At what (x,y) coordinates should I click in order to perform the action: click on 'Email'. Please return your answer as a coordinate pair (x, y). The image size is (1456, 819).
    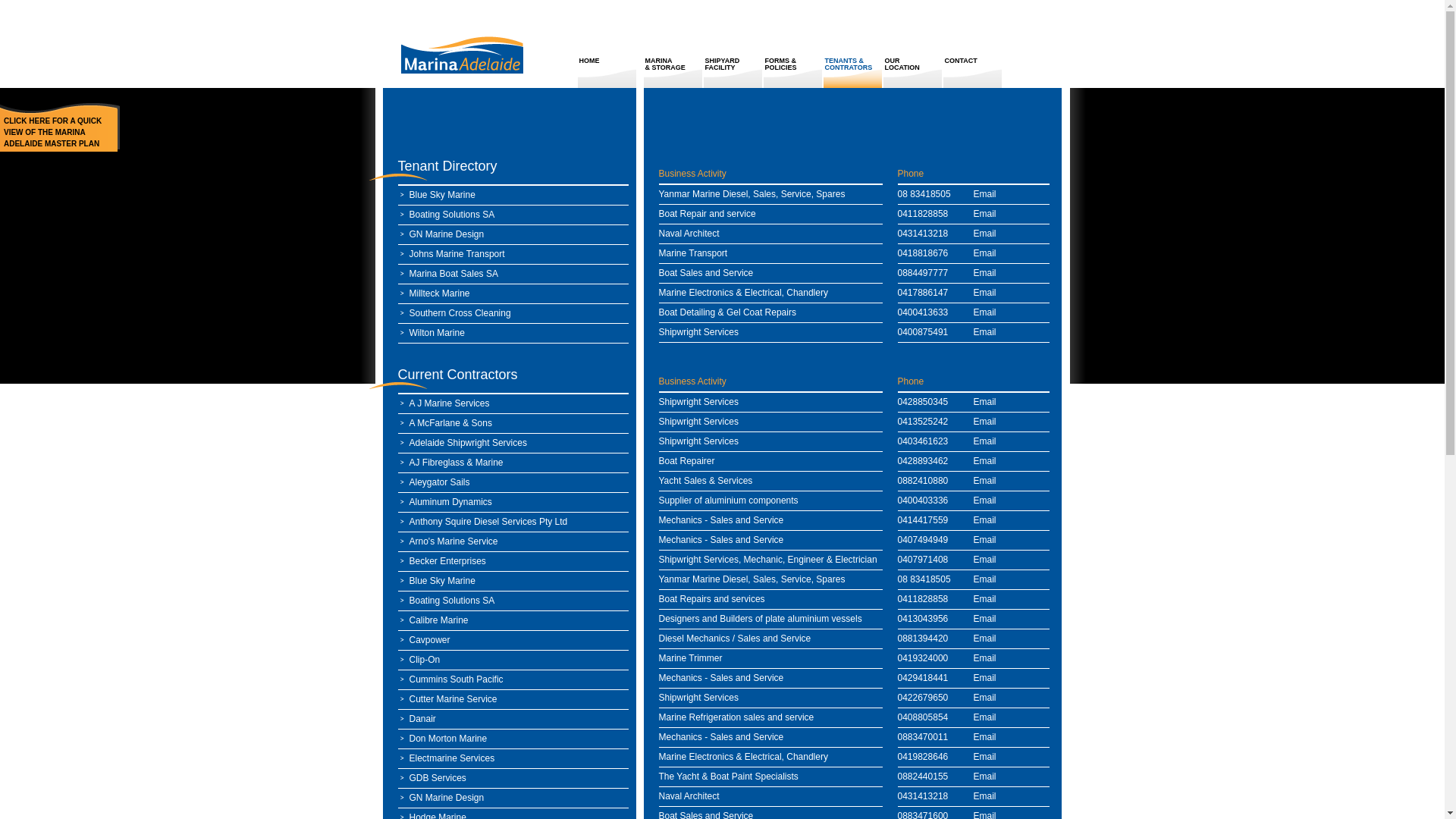
    Looking at the image, I should click on (985, 193).